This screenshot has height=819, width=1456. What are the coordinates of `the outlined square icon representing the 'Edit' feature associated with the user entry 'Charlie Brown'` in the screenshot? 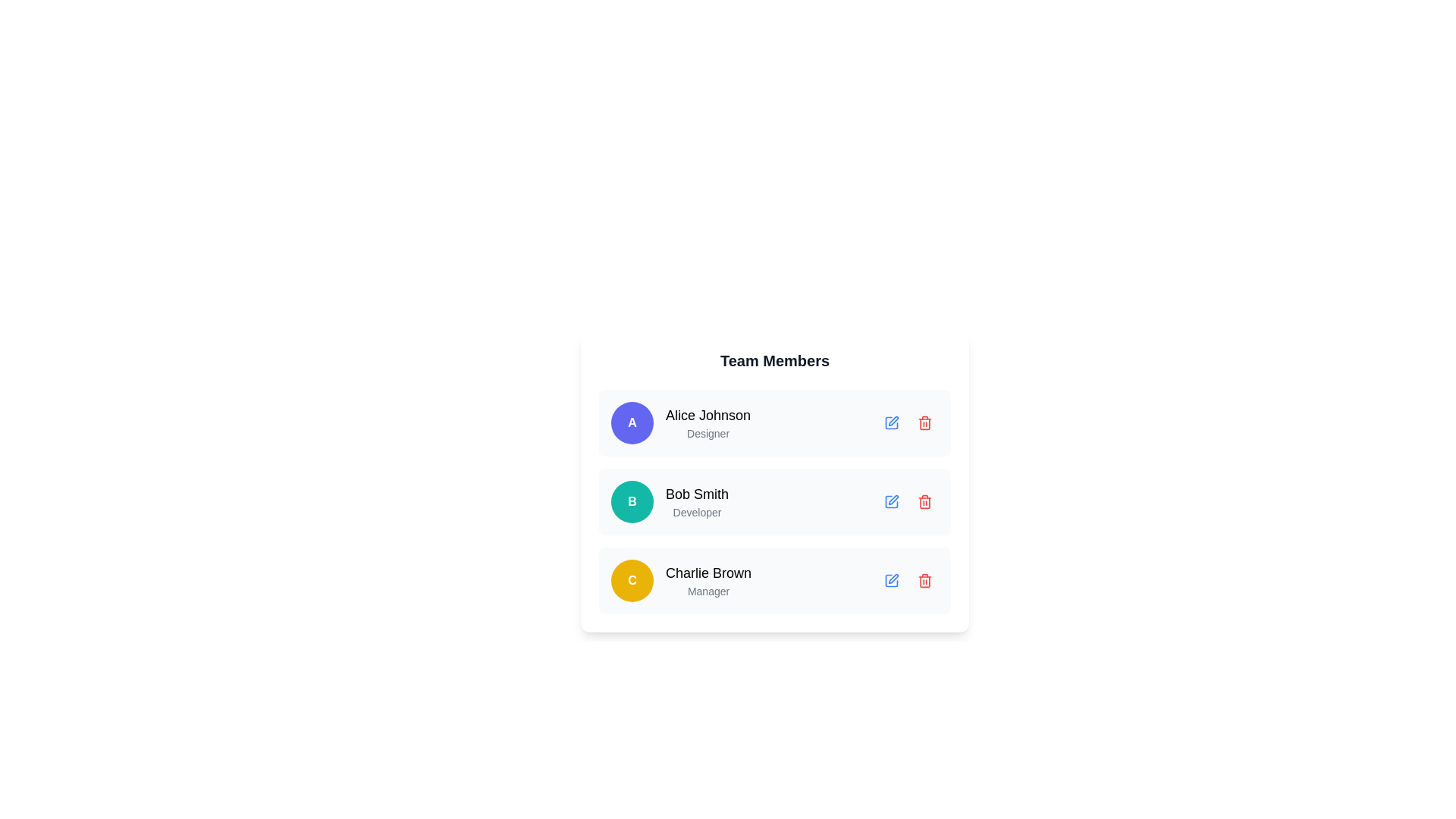 It's located at (892, 580).